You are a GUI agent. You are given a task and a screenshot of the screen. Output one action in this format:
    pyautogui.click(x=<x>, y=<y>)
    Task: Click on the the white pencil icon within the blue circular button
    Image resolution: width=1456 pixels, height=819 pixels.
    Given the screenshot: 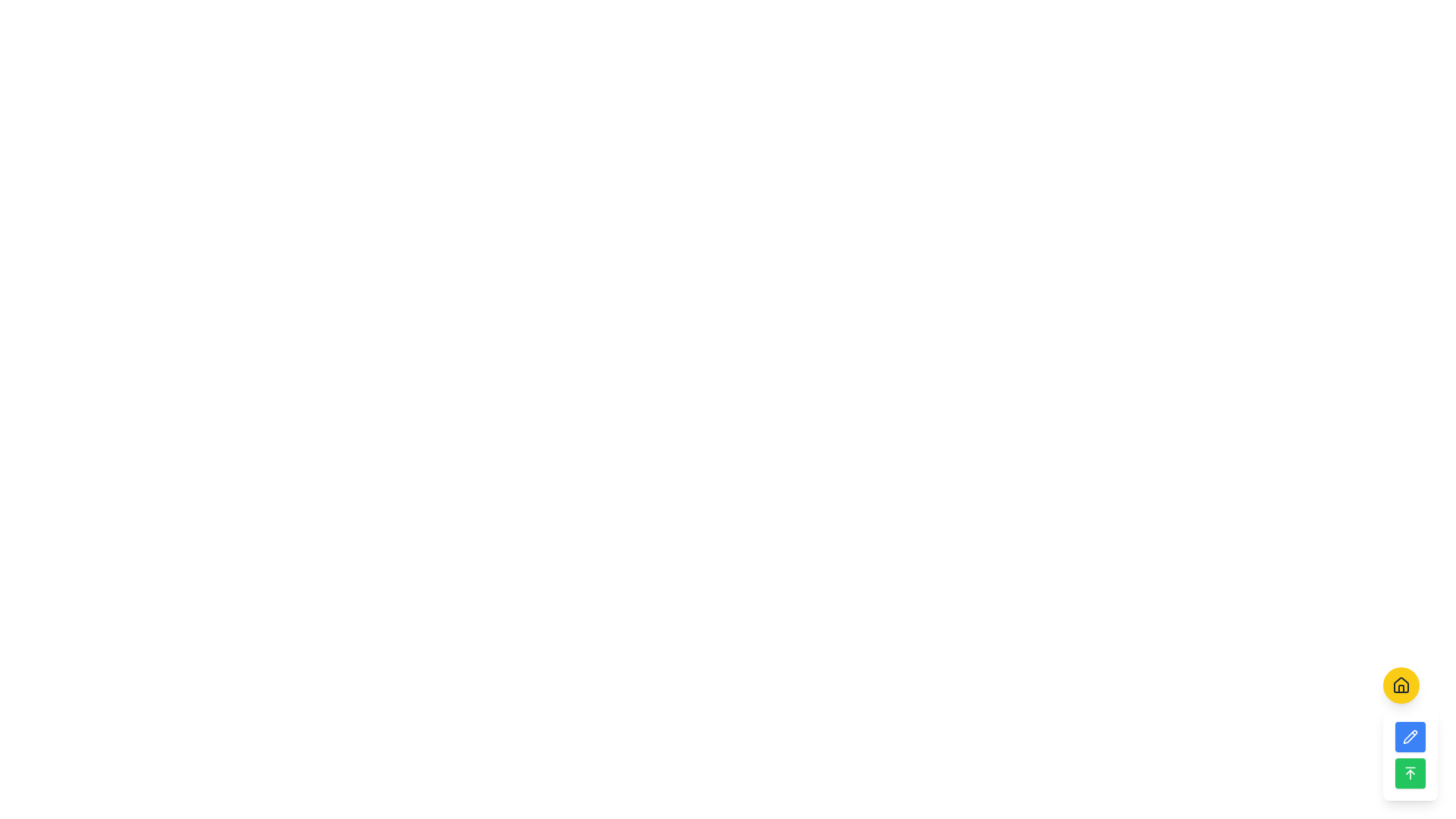 What is the action you would take?
    pyautogui.click(x=1410, y=736)
    